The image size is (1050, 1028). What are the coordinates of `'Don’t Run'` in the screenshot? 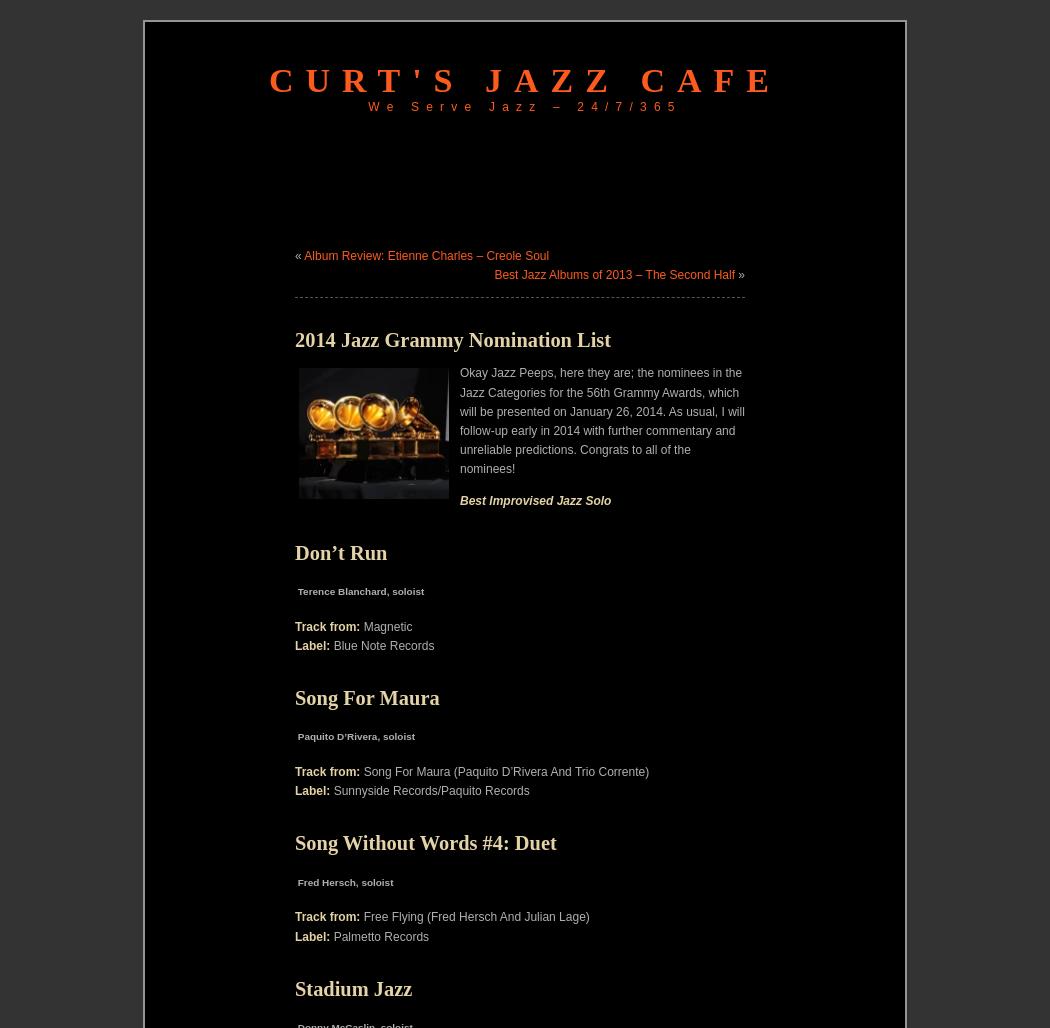 It's located at (340, 552).